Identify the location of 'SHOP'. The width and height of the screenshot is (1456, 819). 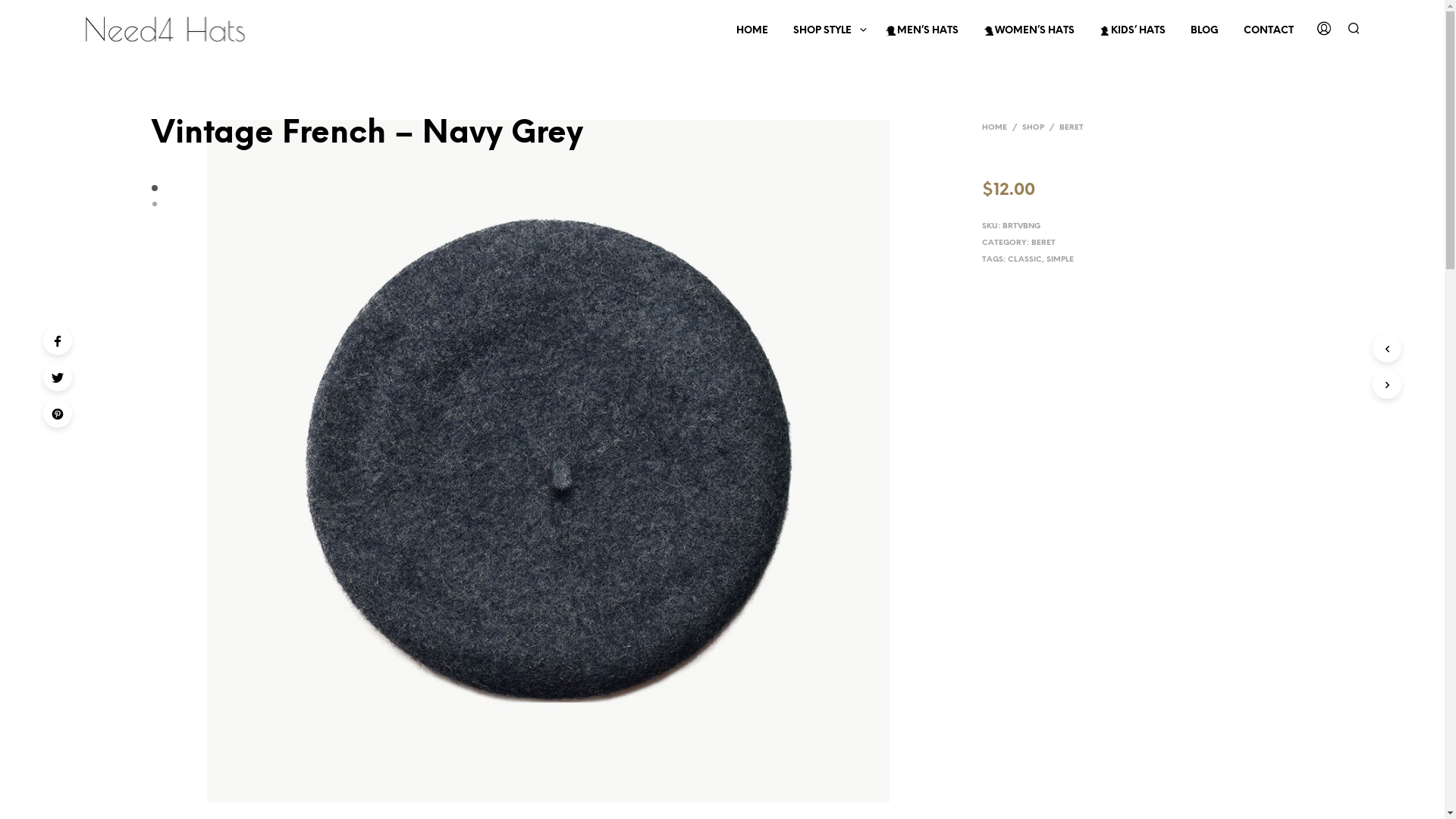
(1032, 127).